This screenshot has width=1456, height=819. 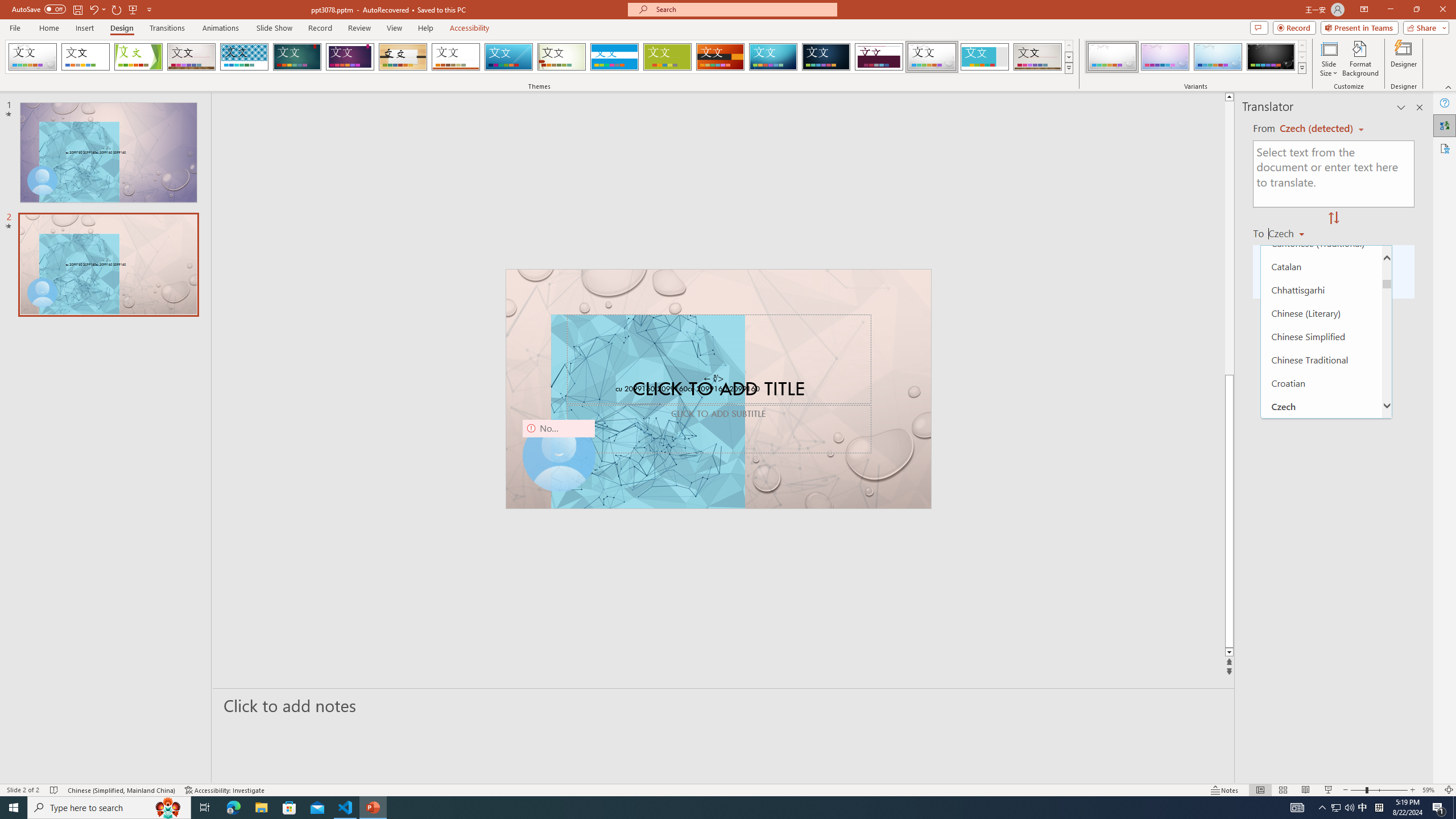 I want to click on 'Retrospect', so click(x=455, y=56).